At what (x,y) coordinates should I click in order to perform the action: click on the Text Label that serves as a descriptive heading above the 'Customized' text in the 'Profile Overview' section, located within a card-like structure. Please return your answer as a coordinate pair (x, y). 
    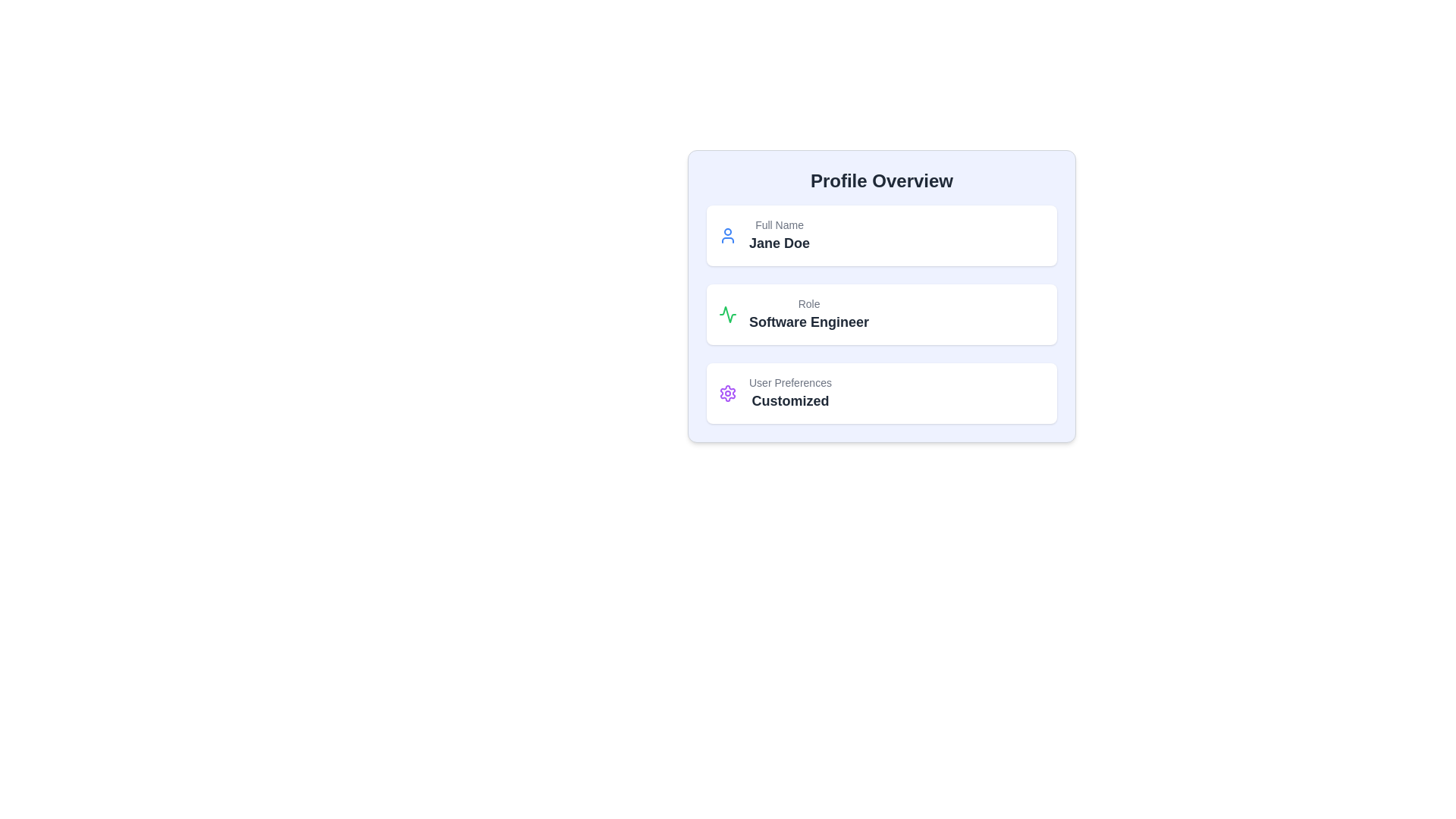
    Looking at the image, I should click on (789, 382).